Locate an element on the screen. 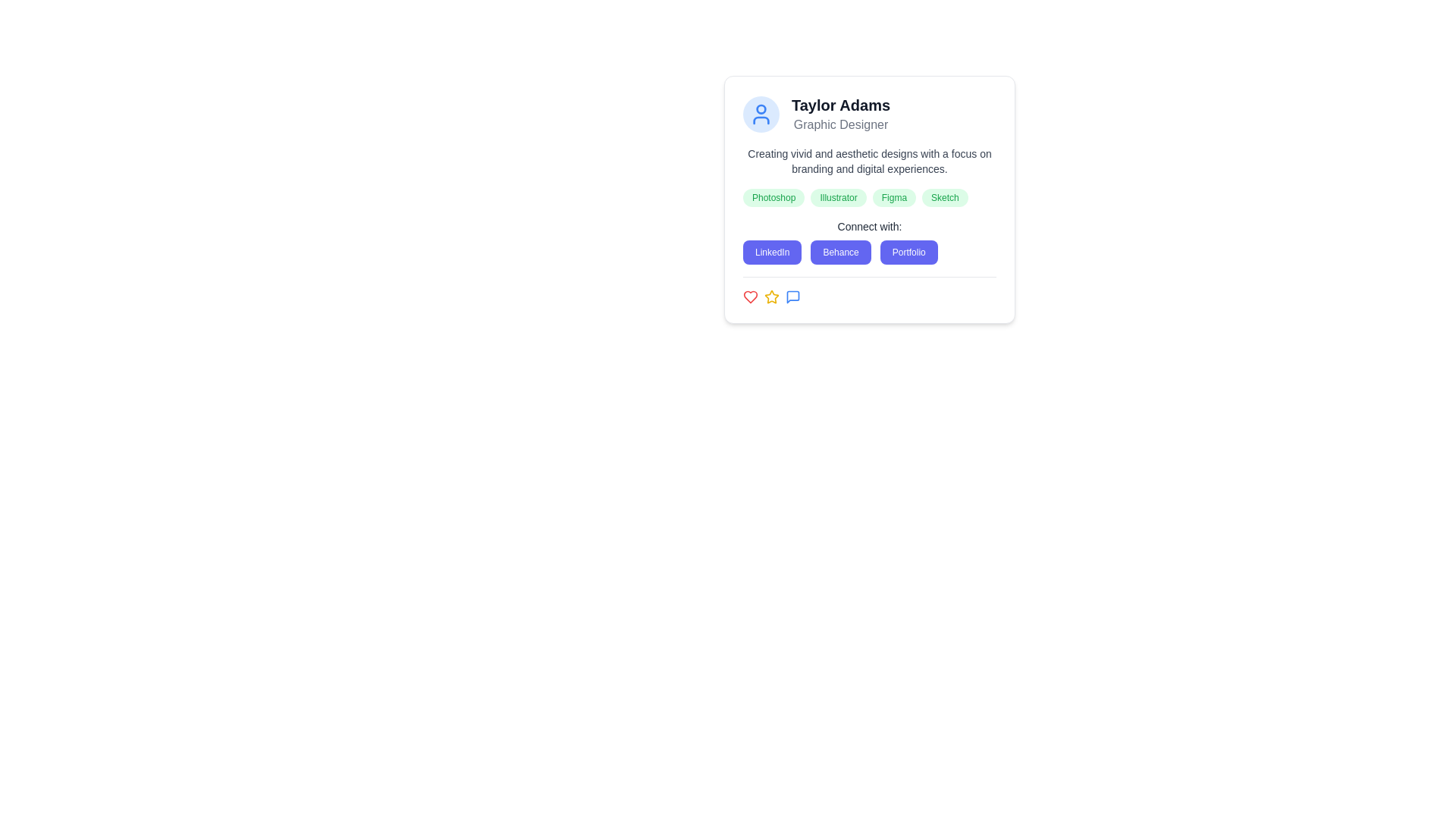  the name and title information displayed in the text block, which is centrally positioned within the card layout to the right of a circular blue icon with a user overlay is located at coordinates (839, 113).